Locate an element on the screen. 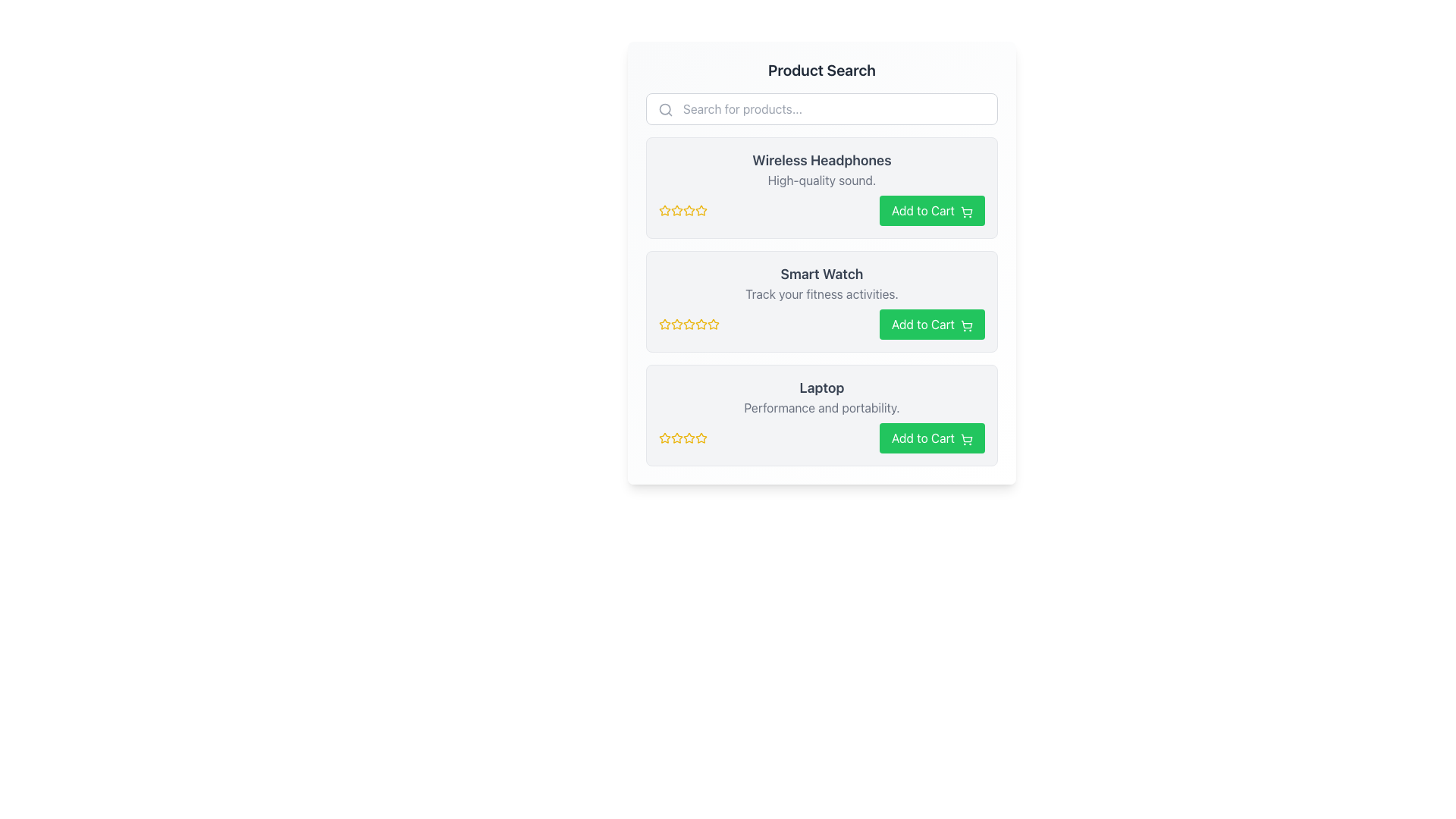 The width and height of the screenshot is (1456, 819). the fourth yellow star icon in the rating component located under the 'Smart Watch' product description is located at coordinates (688, 324).